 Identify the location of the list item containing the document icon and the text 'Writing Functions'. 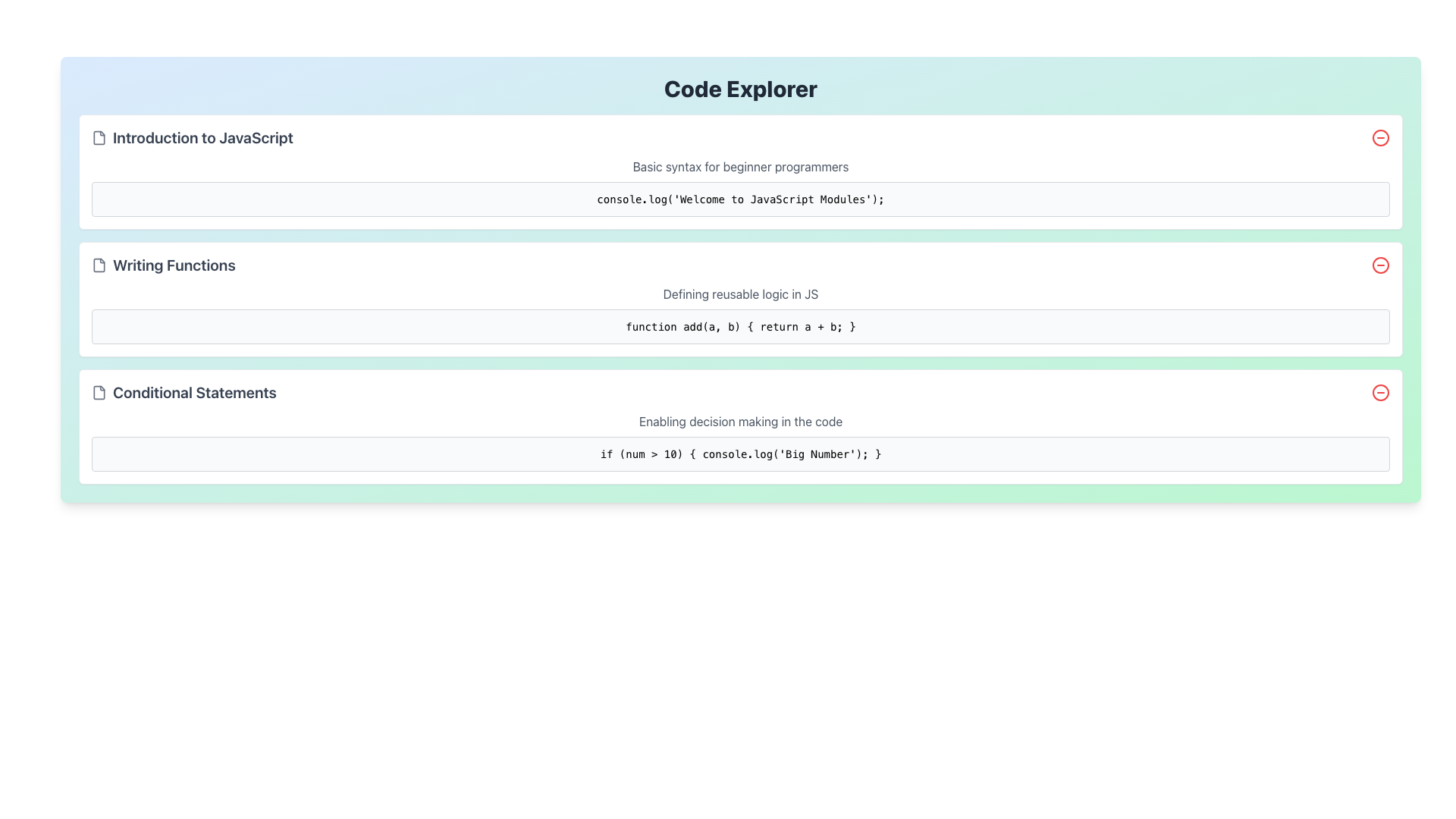
(163, 265).